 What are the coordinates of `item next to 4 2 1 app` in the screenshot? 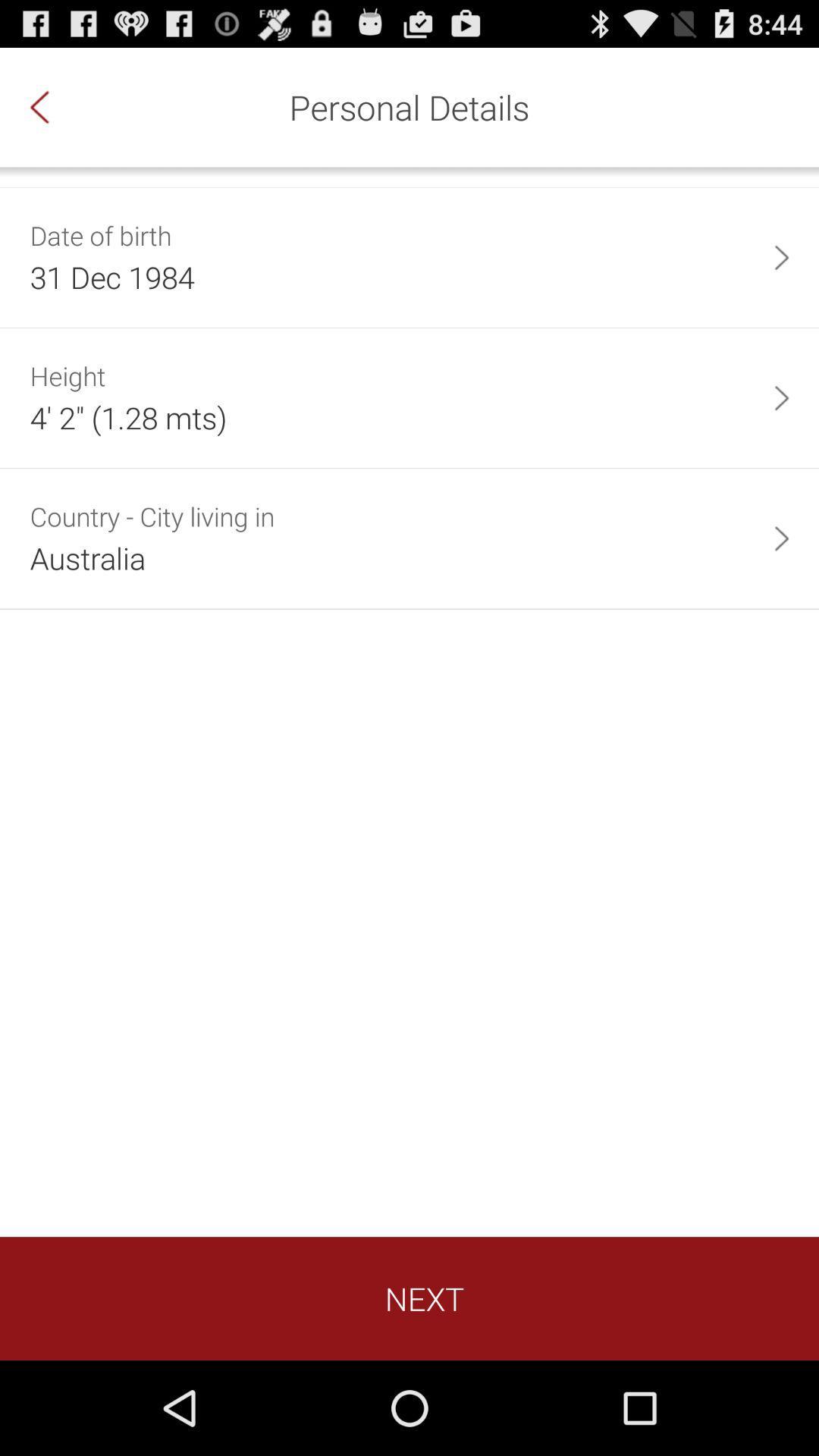 It's located at (781, 397).